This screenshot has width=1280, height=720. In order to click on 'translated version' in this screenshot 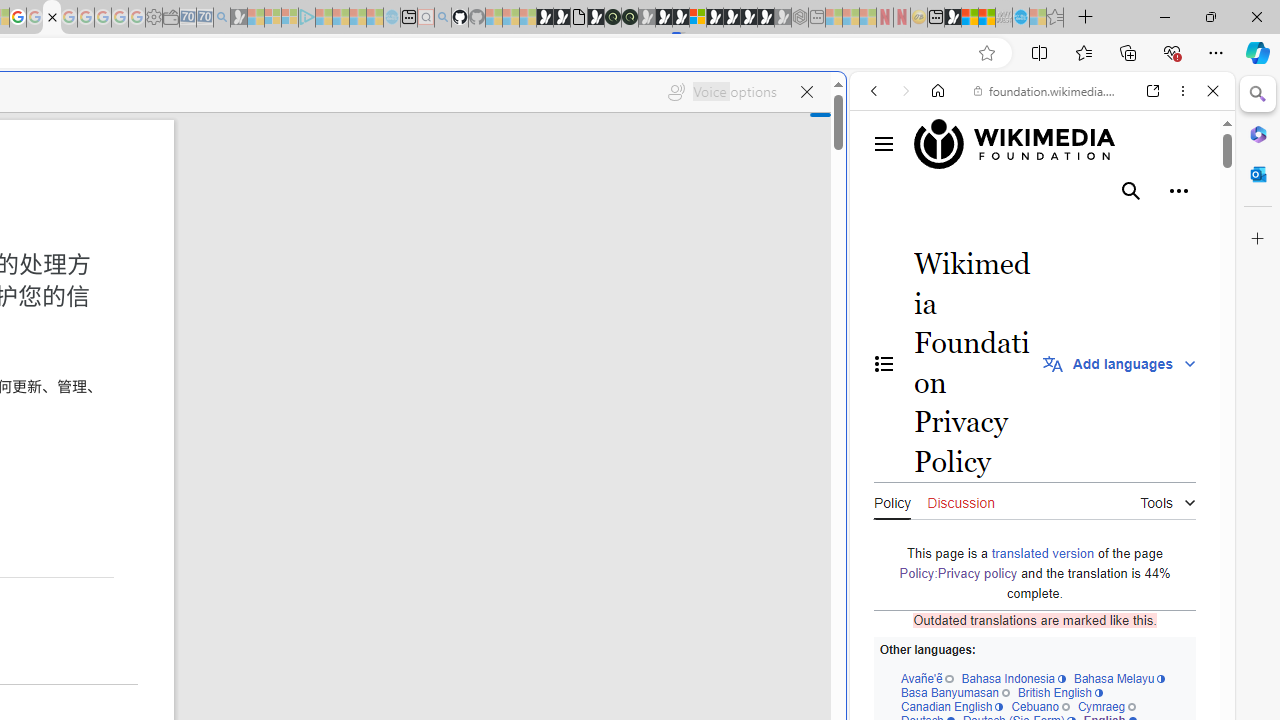, I will do `click(1041, 552)`.